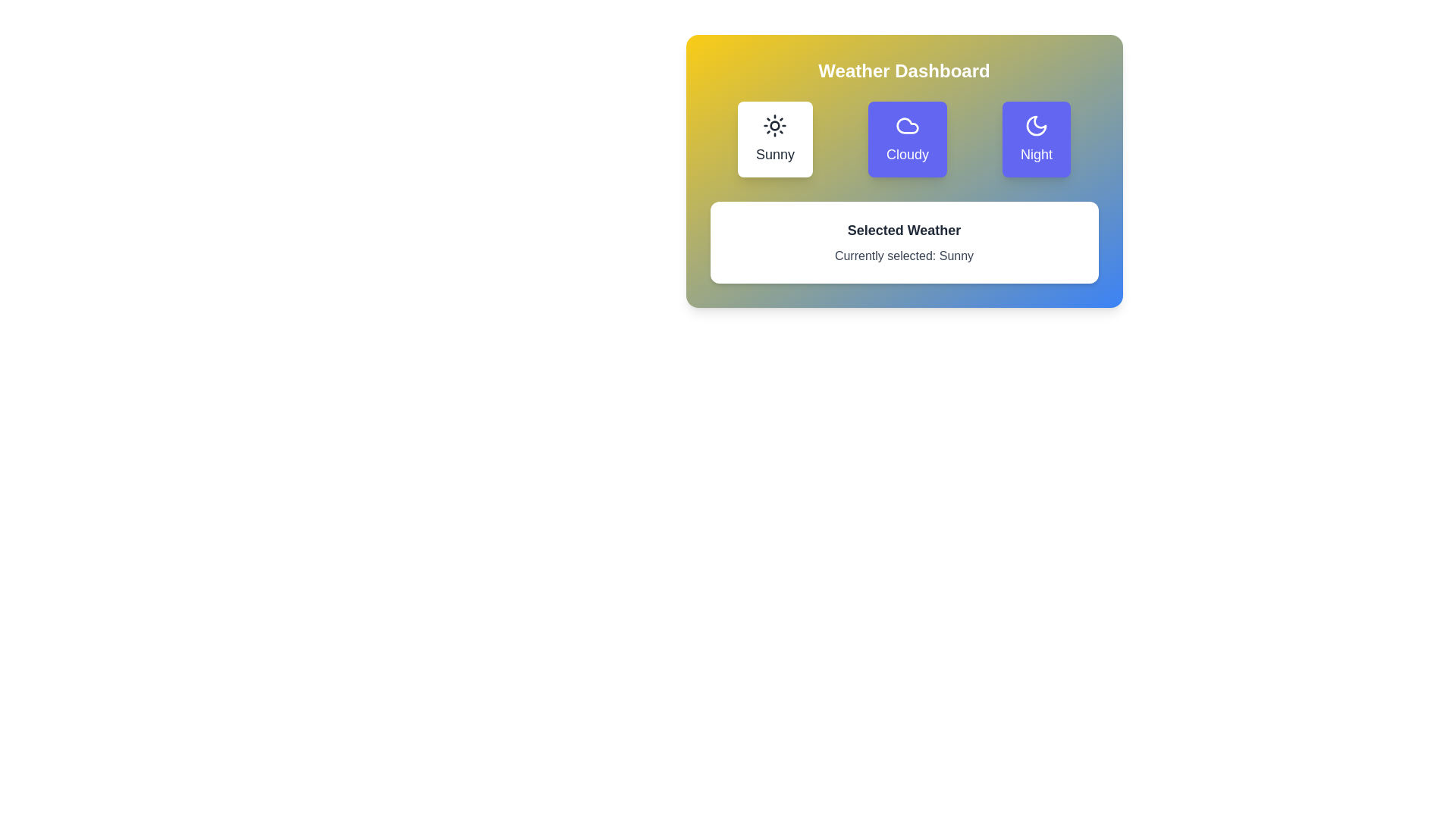 Image resolution: width=1456 pixels, height=819 pixels. I want to click on the 'Cloudy' weather icon located at the top-center of the interface, positioned between the 'Sunny' icon on the left and the 'Night' icon on the right, so click(907, 124).